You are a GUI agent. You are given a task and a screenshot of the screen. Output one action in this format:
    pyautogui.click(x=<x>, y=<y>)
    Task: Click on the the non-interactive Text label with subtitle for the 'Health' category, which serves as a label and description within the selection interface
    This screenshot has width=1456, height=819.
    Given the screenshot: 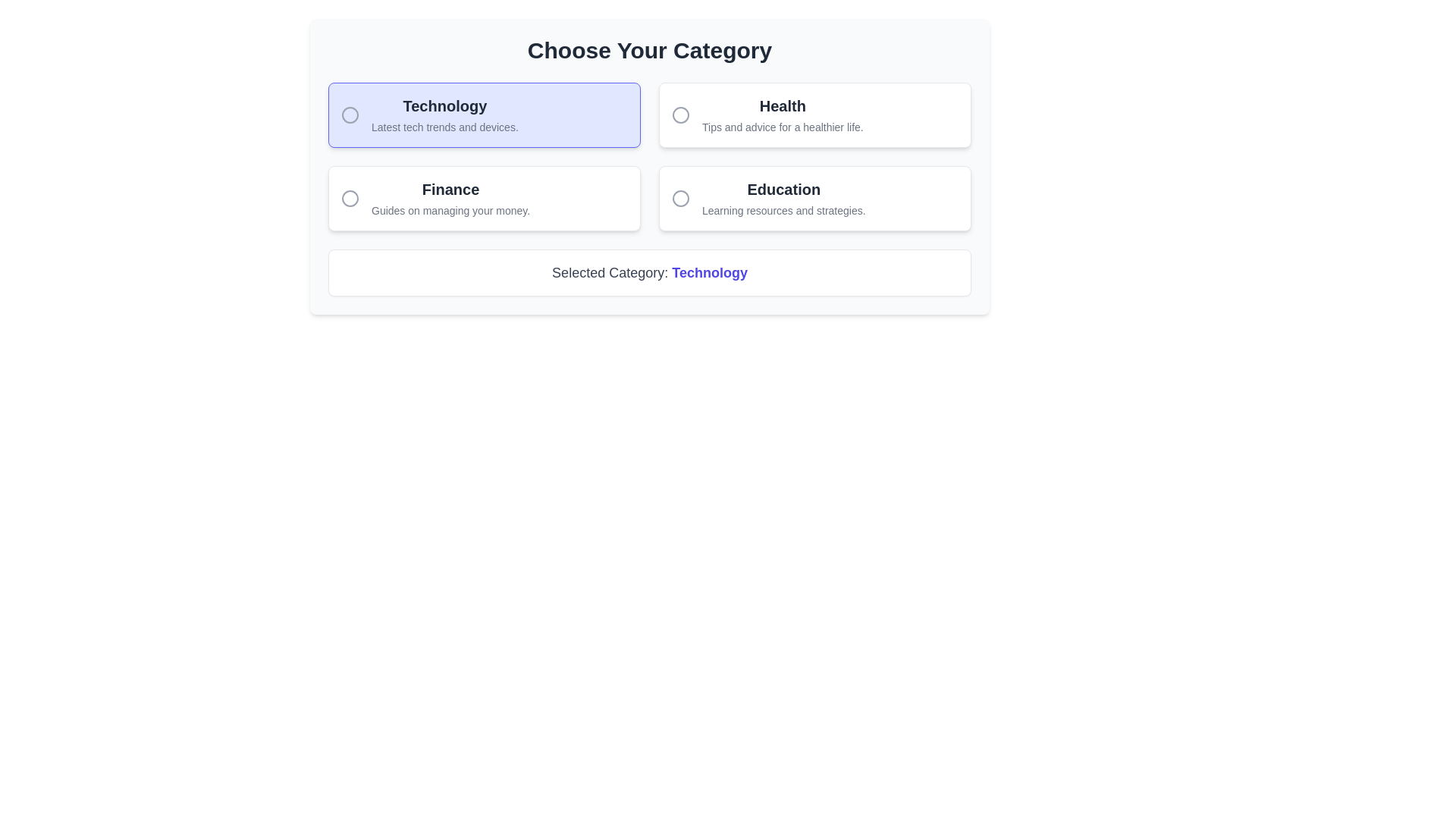 What is the action you would take?
    pyautogui.click(x=783, y=114)
    